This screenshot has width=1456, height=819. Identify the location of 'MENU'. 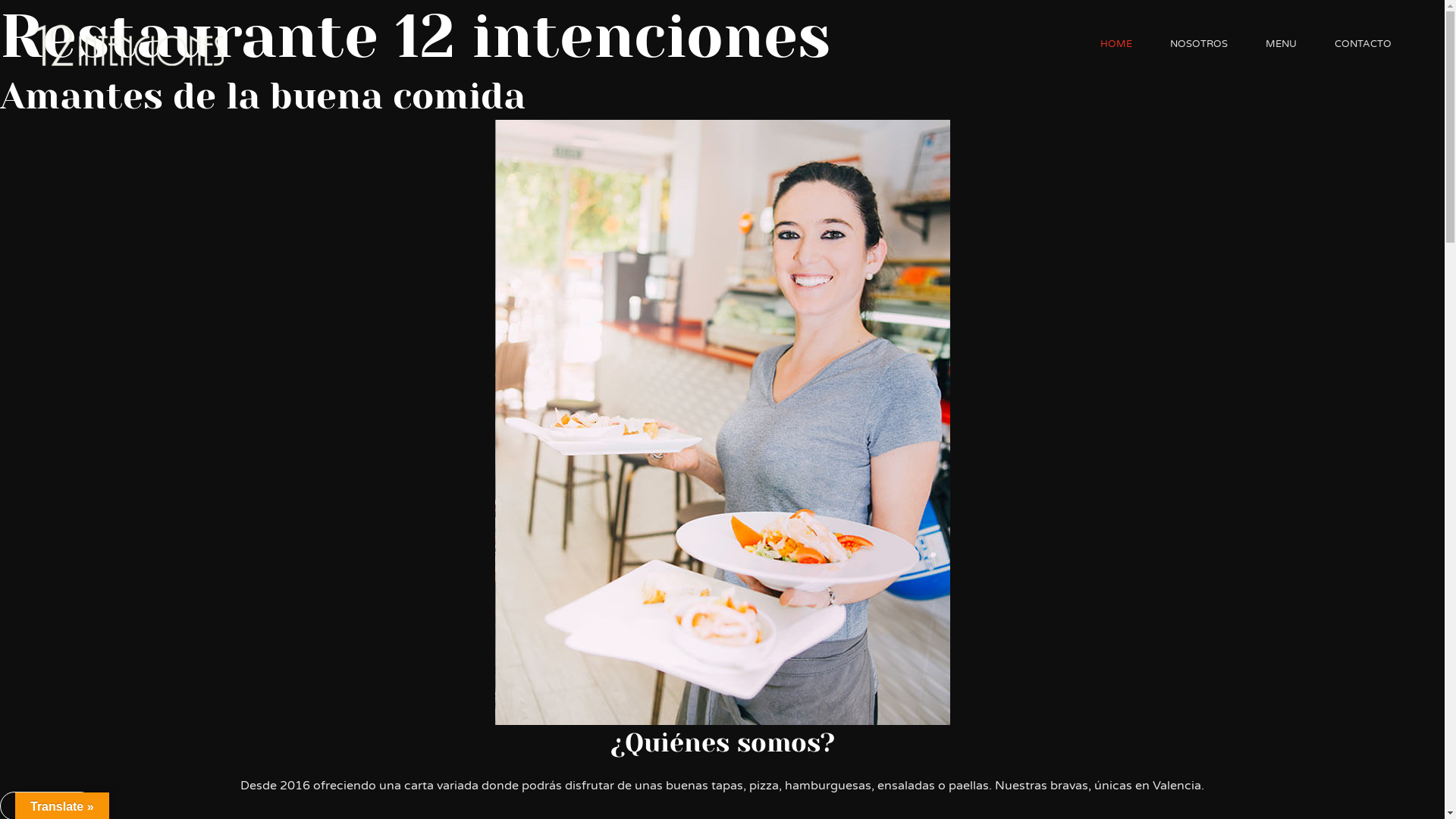
(1246, 42).